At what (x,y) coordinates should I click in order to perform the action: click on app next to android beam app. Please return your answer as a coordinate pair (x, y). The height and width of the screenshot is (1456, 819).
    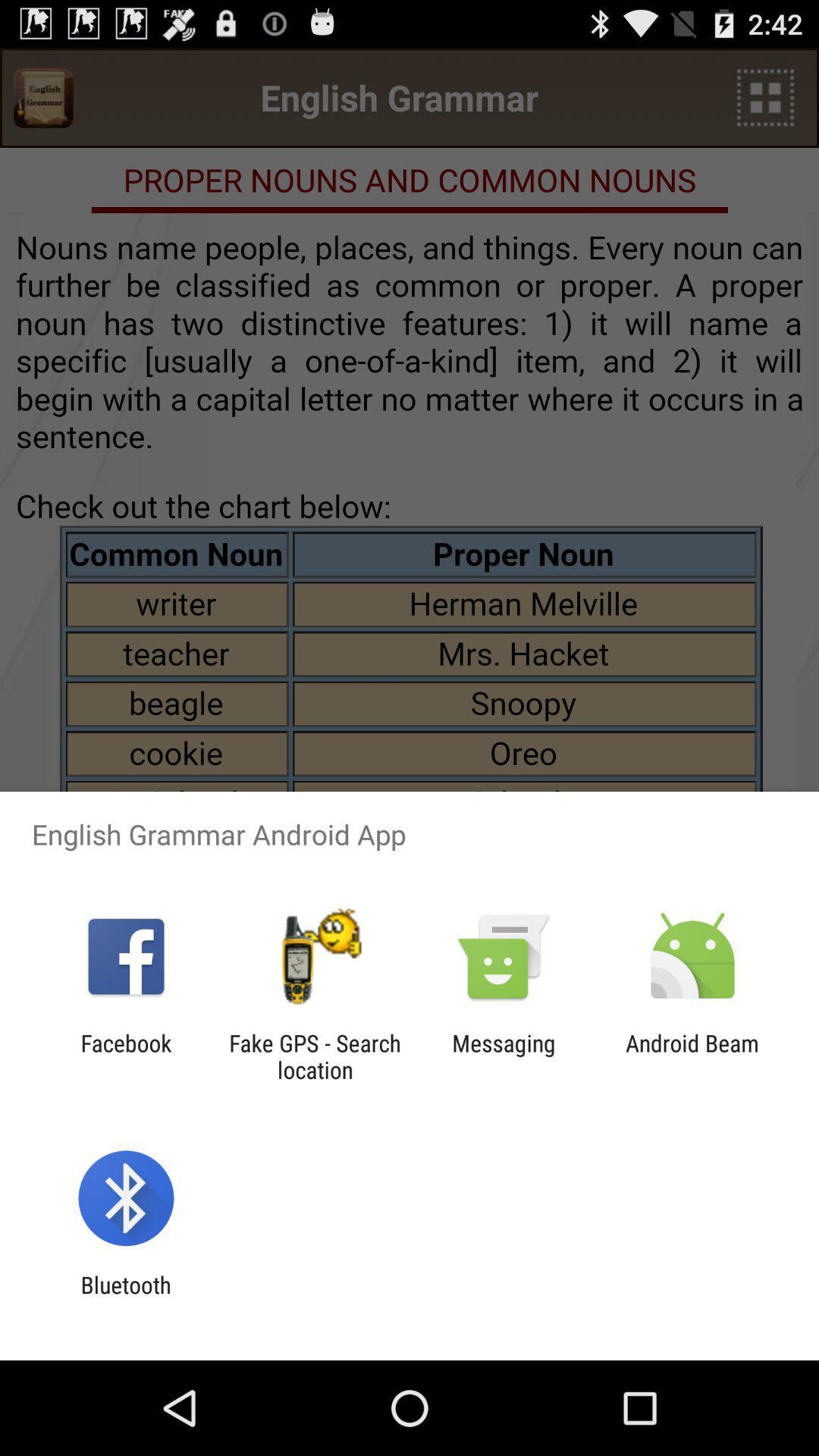
    Looking at the image, I should click on (504, 1056).